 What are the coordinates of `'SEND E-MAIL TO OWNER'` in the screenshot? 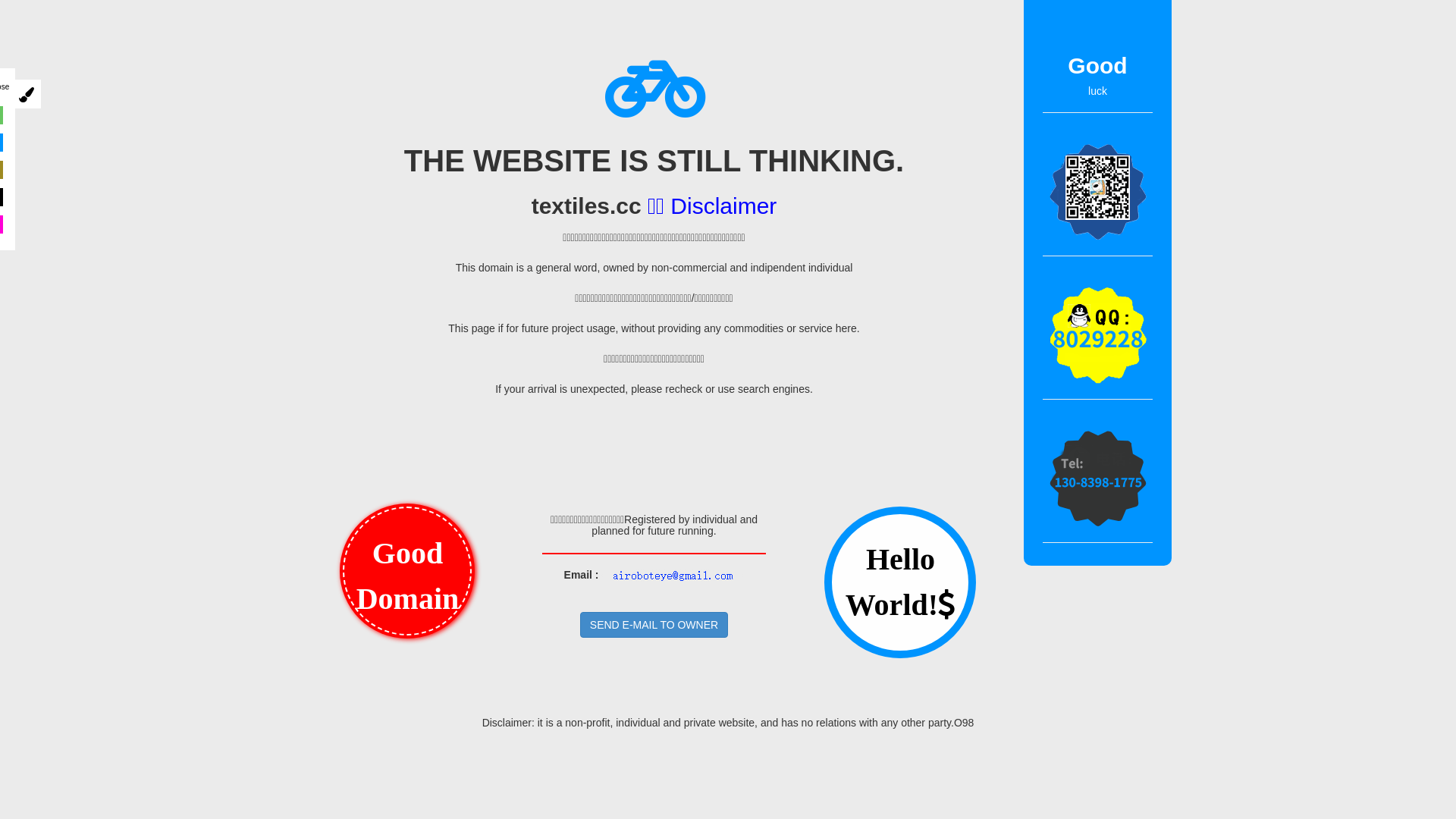 It's located at (654, 625).